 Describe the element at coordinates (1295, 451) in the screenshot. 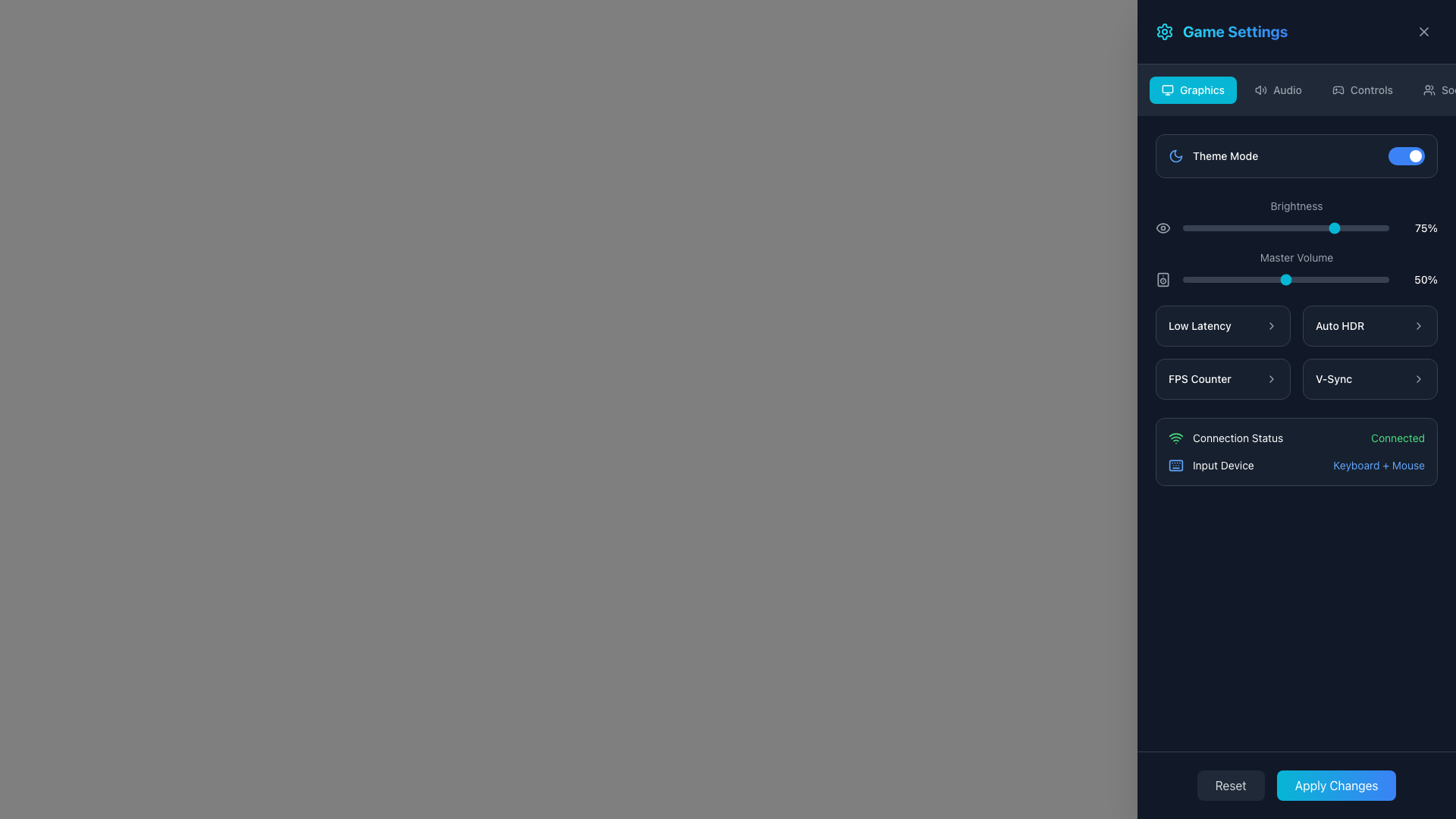

I see `the Information display panel that shows 'Connection Status' with 'Connected' and 'Input Device' with 'Keyboard + Mouse' at the bottom of the settings menu` at that location.